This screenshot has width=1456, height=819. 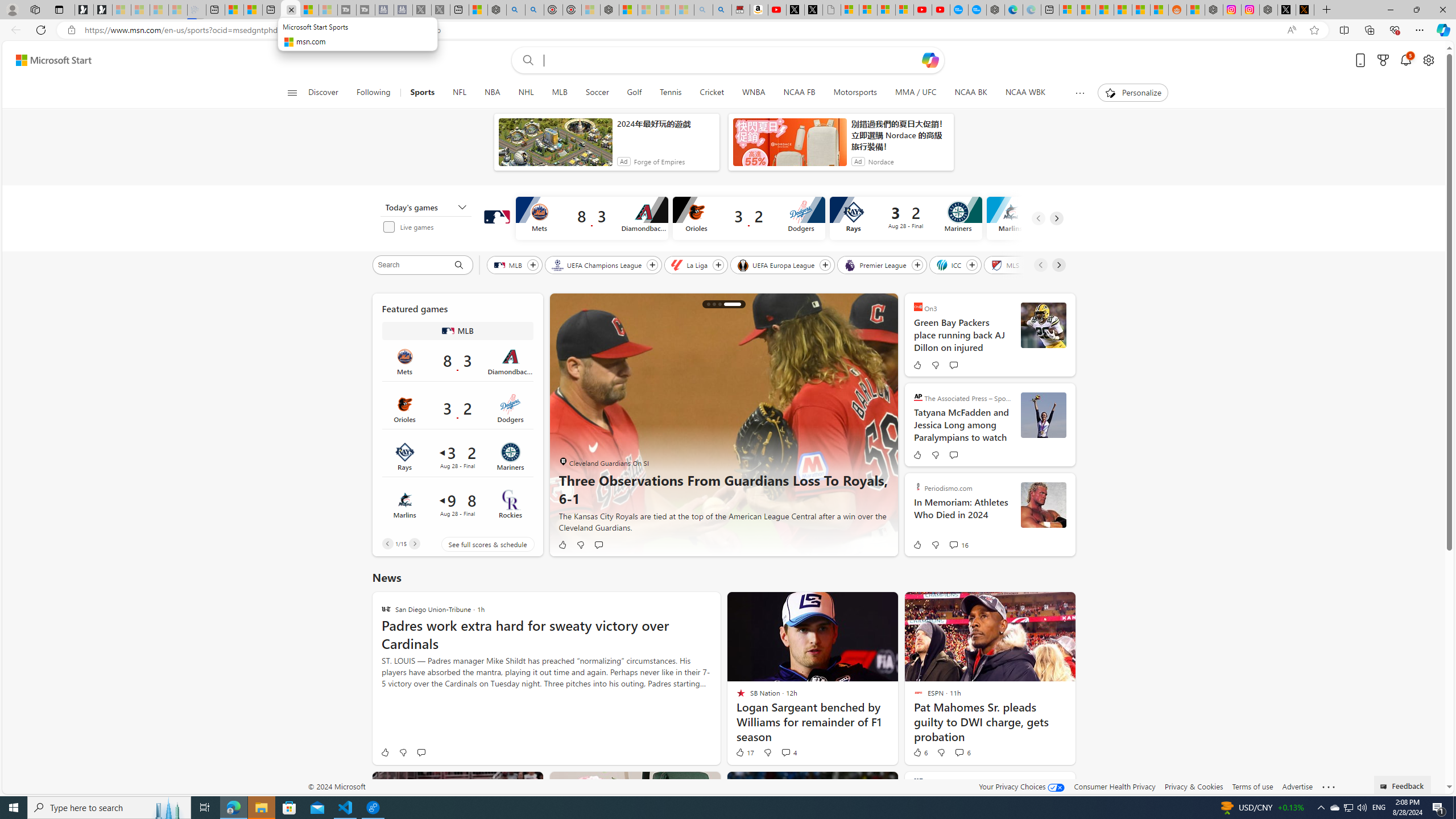 I want to click on 'poe - Search', so click(x=515, y=9).